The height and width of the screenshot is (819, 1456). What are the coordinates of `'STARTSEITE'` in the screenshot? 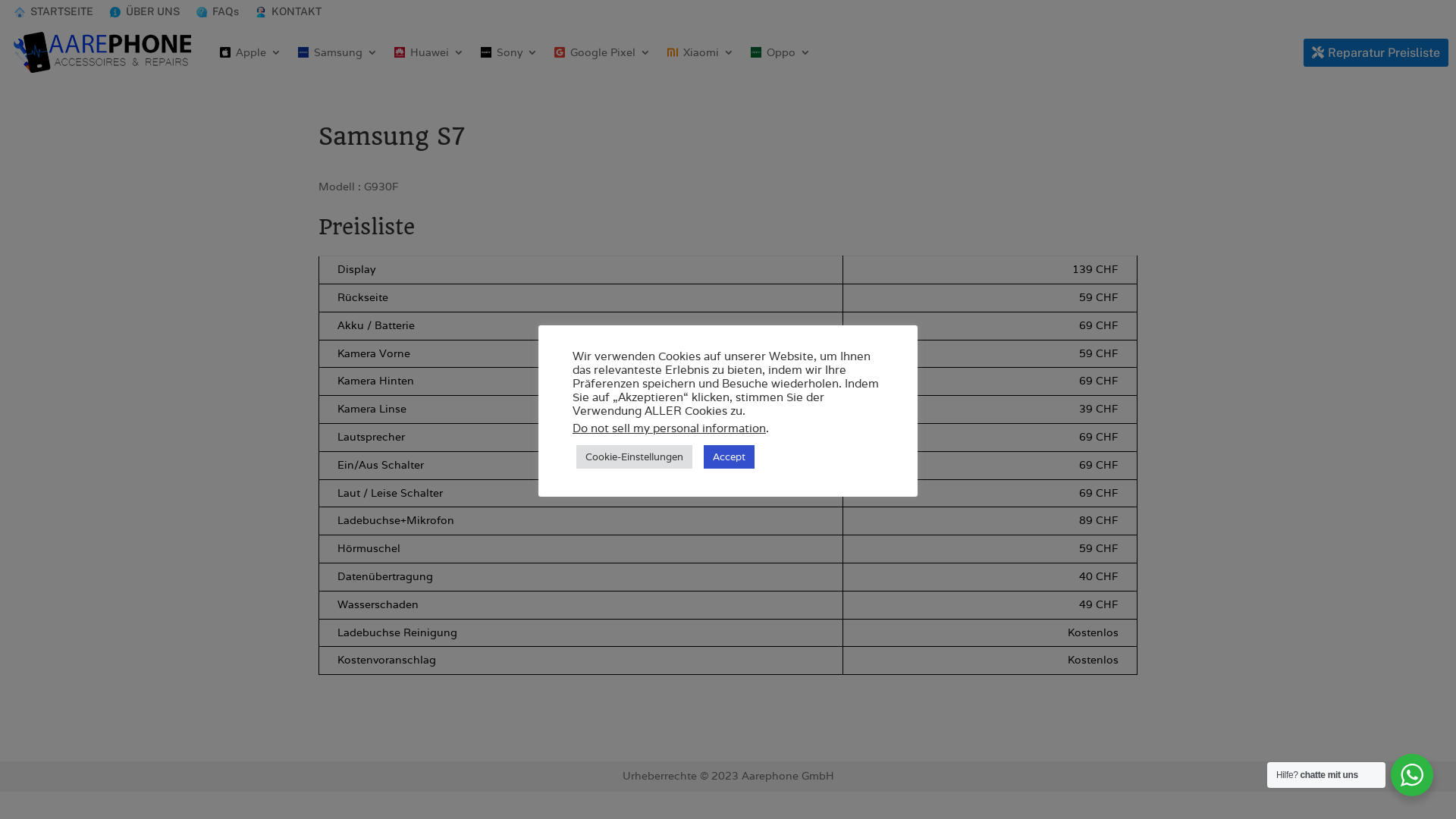 It's located at (54, 14).